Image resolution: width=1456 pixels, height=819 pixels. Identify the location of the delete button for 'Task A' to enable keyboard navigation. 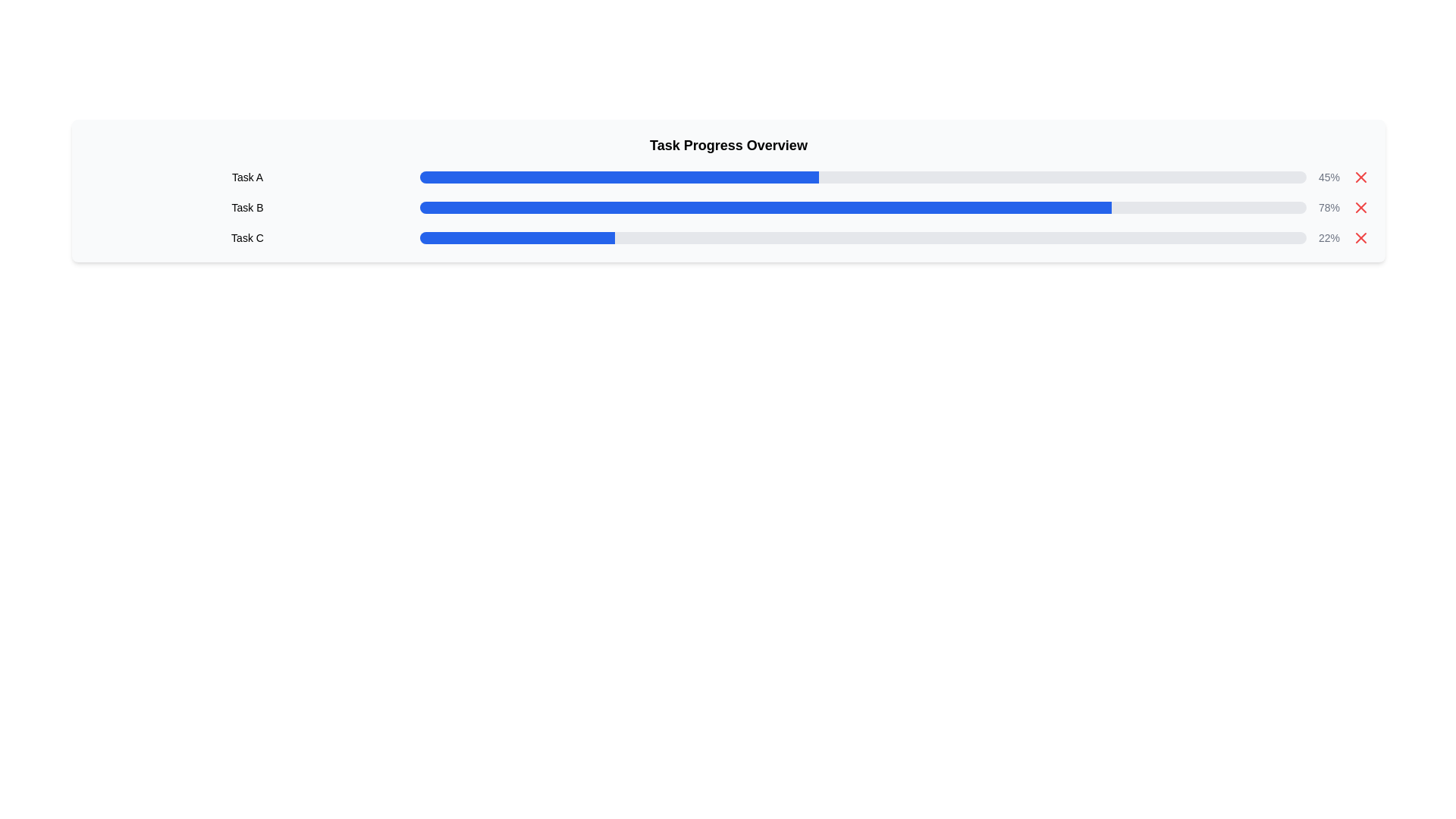
(1361, 177).